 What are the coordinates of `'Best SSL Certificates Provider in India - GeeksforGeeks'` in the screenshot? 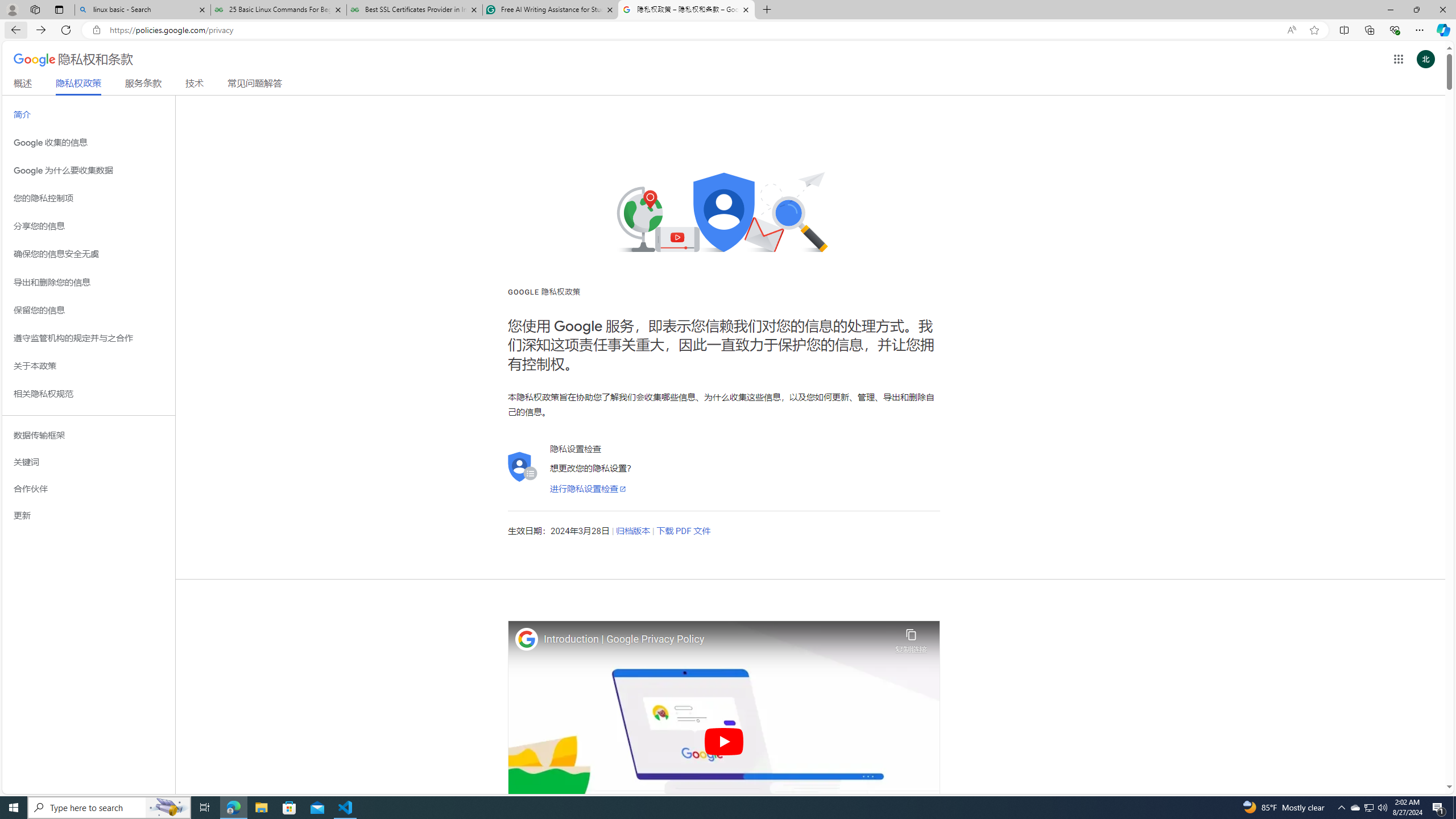 It's located at (415, 9).